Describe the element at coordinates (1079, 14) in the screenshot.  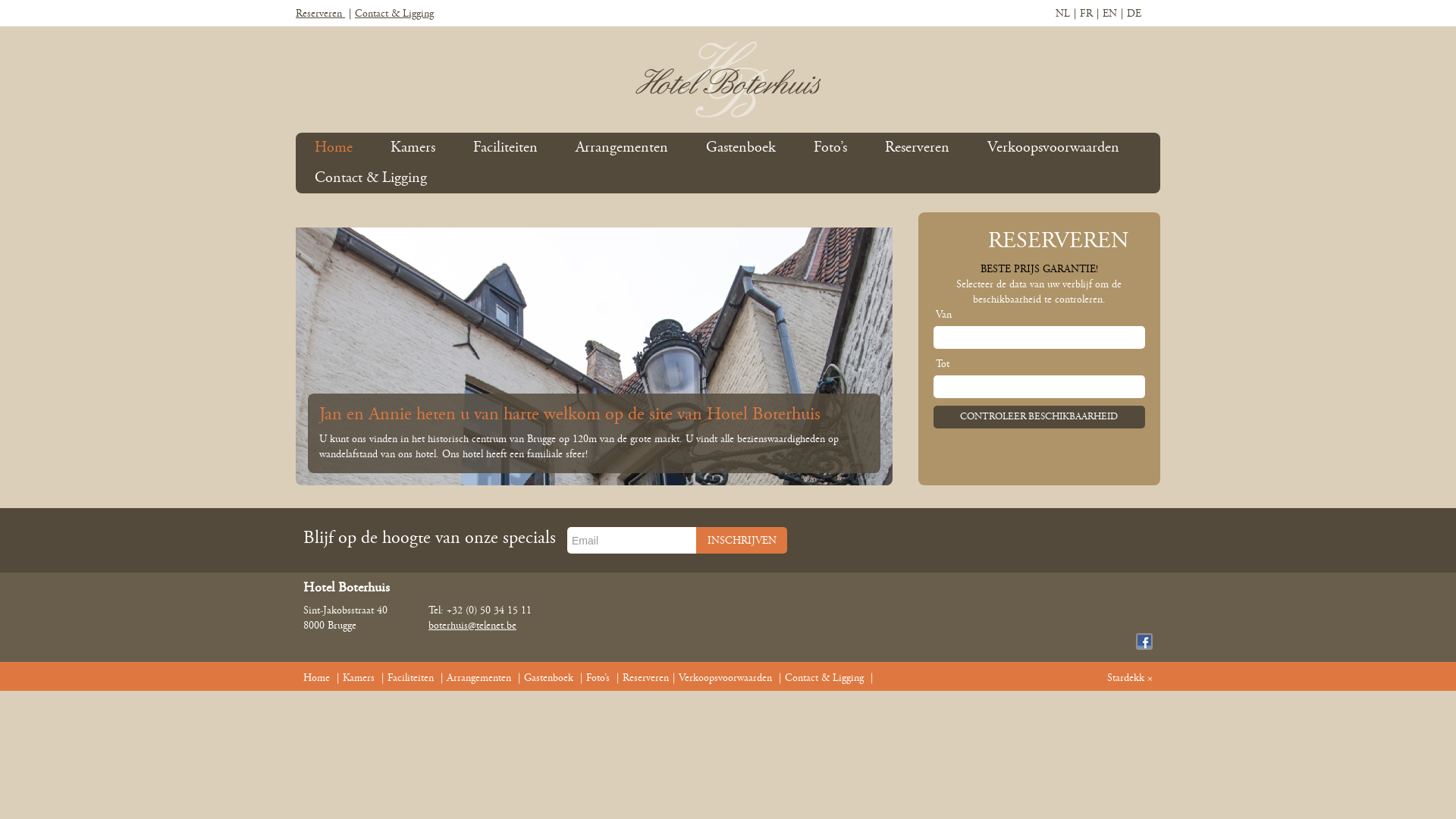
I see `'FR'` at that location.